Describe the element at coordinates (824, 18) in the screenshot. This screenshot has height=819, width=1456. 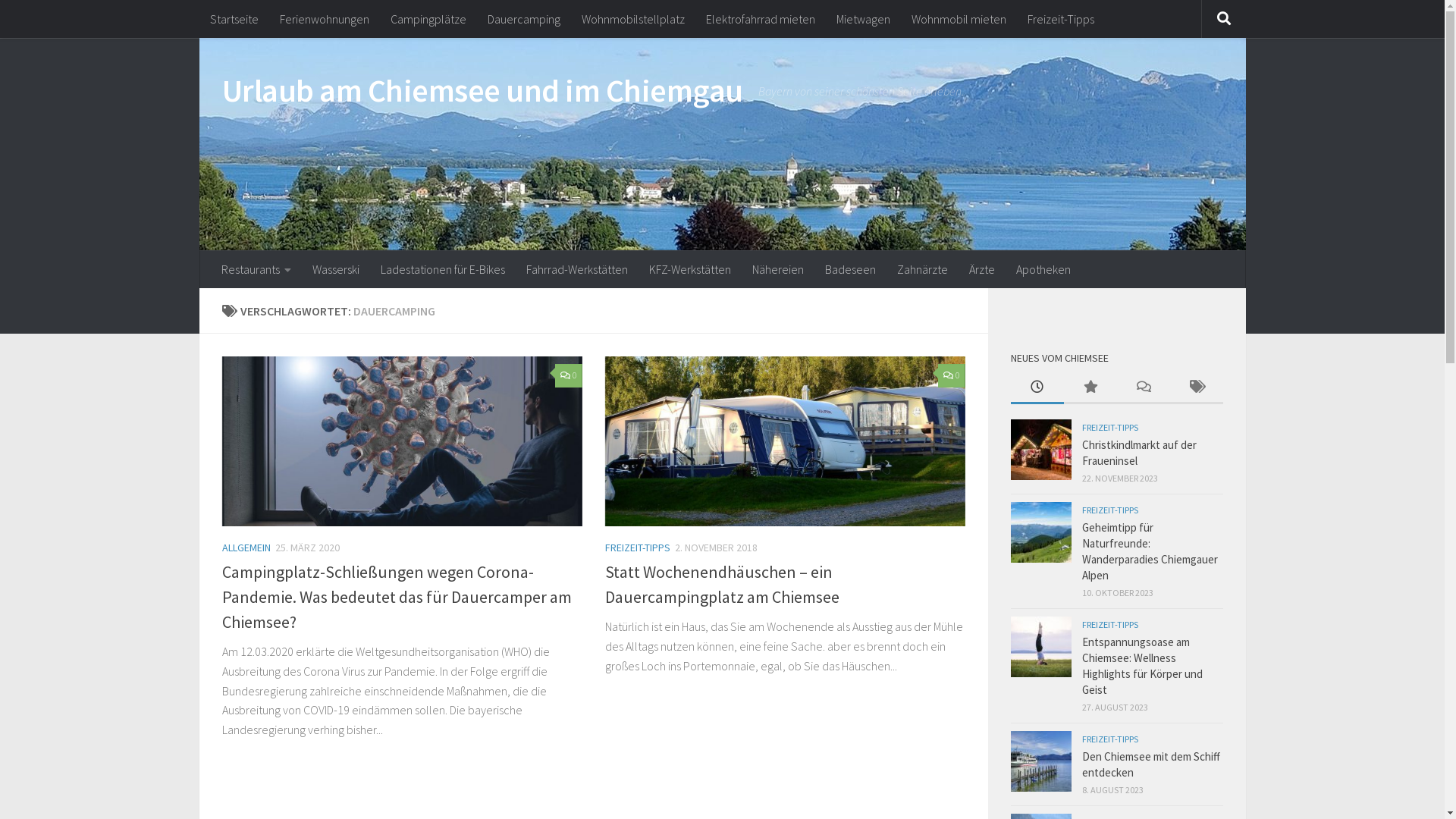
I see `'Mietwagen'` at that location.